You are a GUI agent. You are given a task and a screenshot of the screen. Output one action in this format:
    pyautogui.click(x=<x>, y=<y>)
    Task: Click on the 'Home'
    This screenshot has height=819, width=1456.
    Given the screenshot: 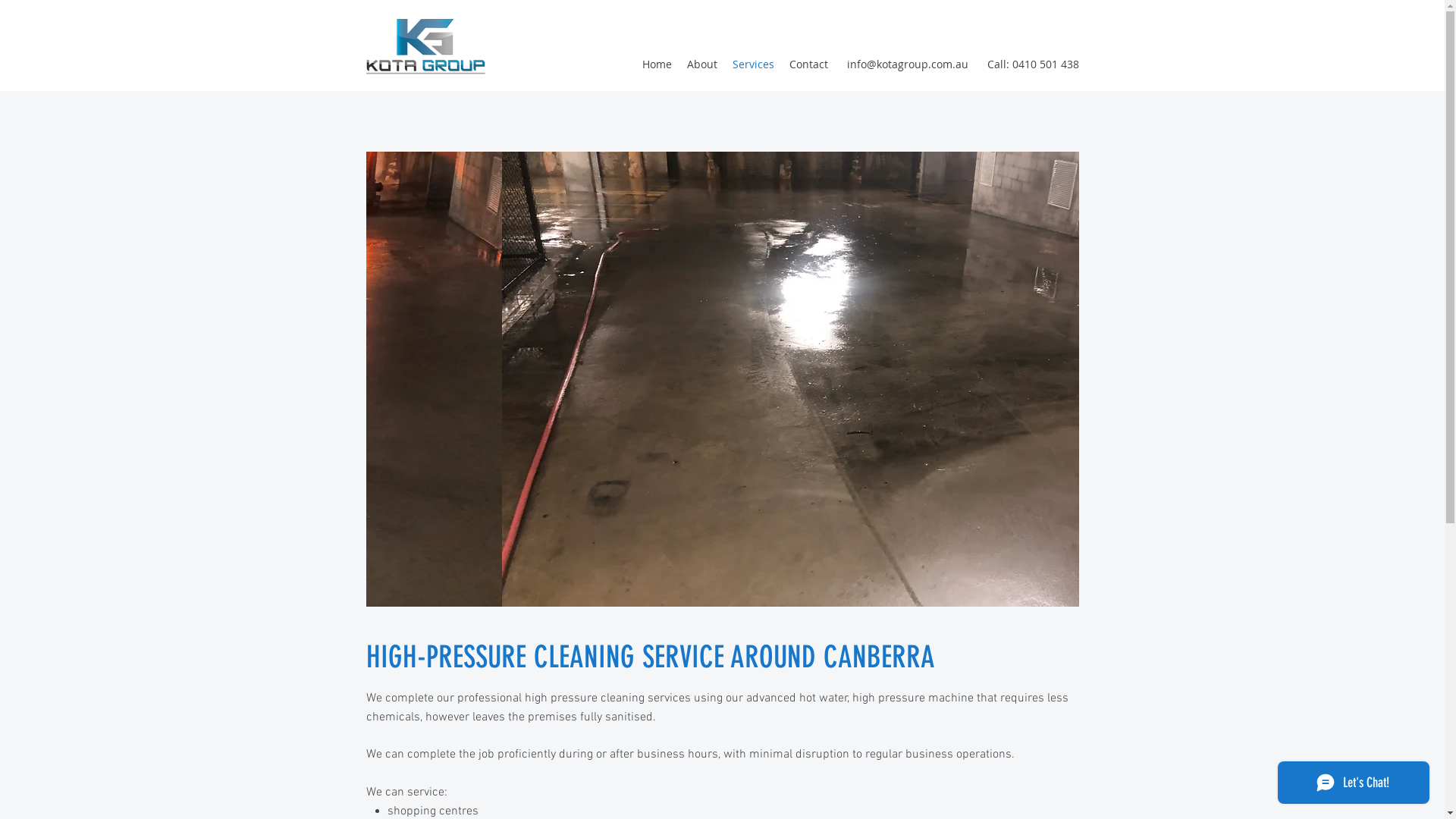 What is the action you would take?
    pyautogui.click(x=633, y=63)
    